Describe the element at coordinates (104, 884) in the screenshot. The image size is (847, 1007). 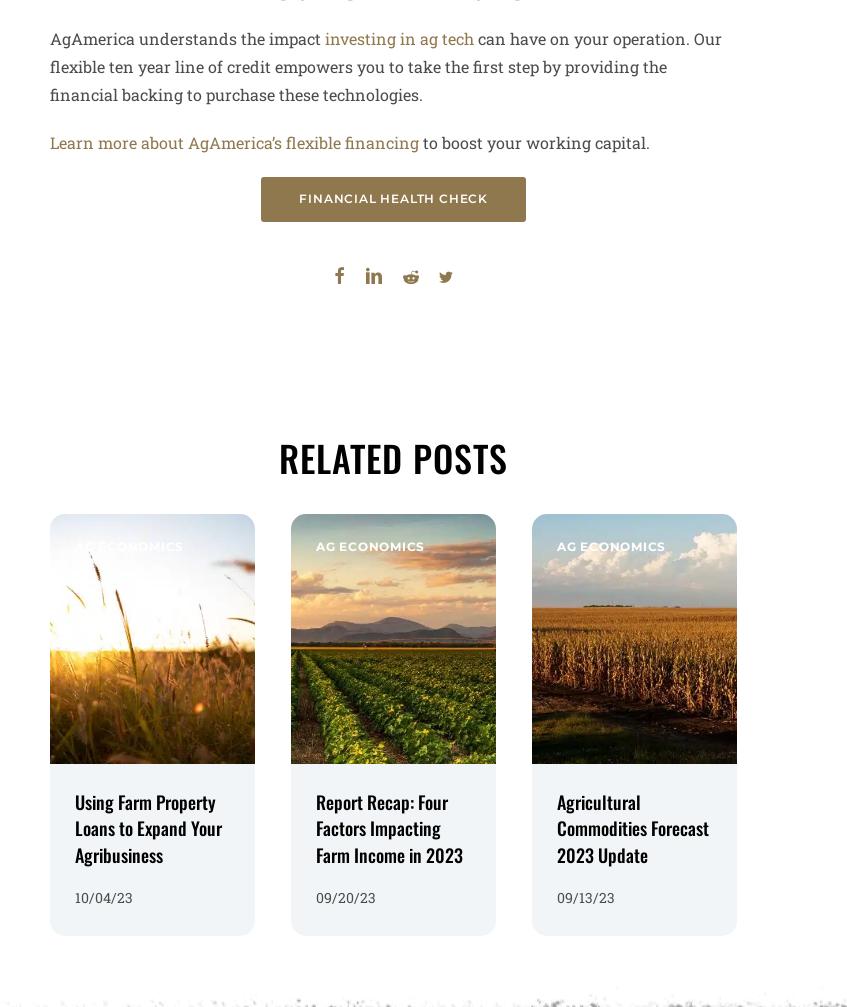
I see `'10/04/23'` at that location.